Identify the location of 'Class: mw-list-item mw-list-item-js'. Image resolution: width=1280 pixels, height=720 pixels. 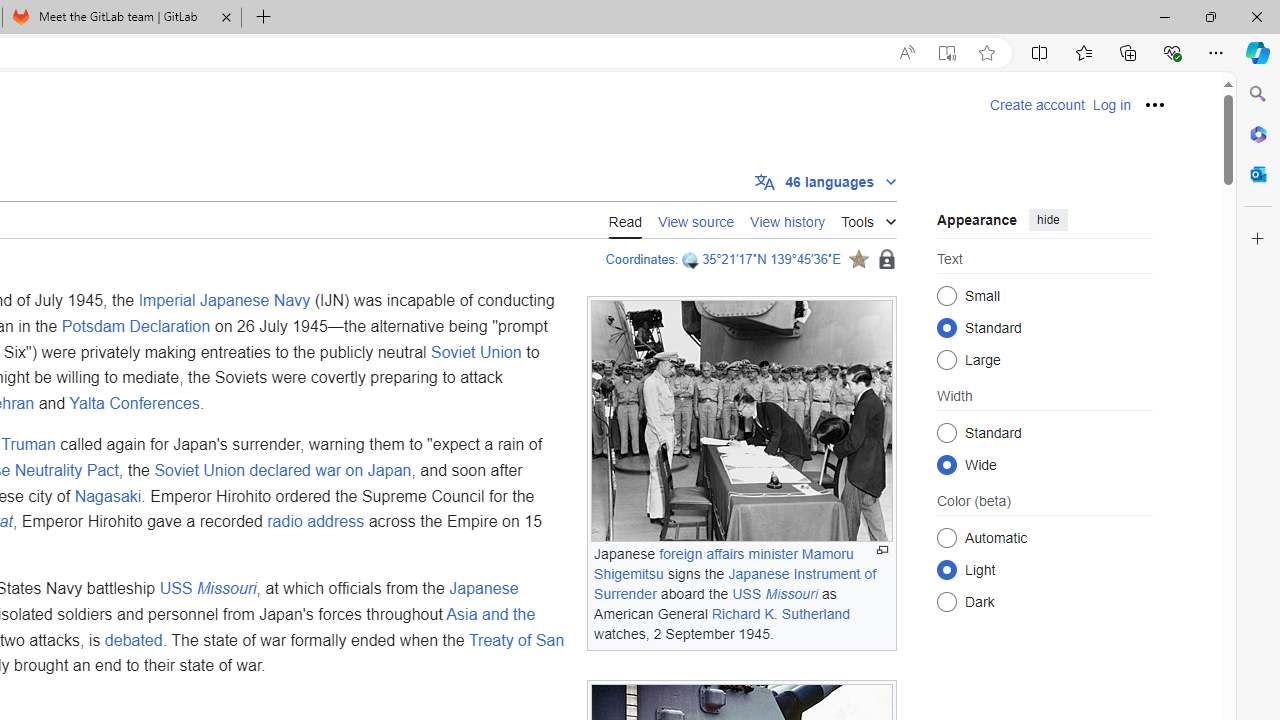
(1044, 569).